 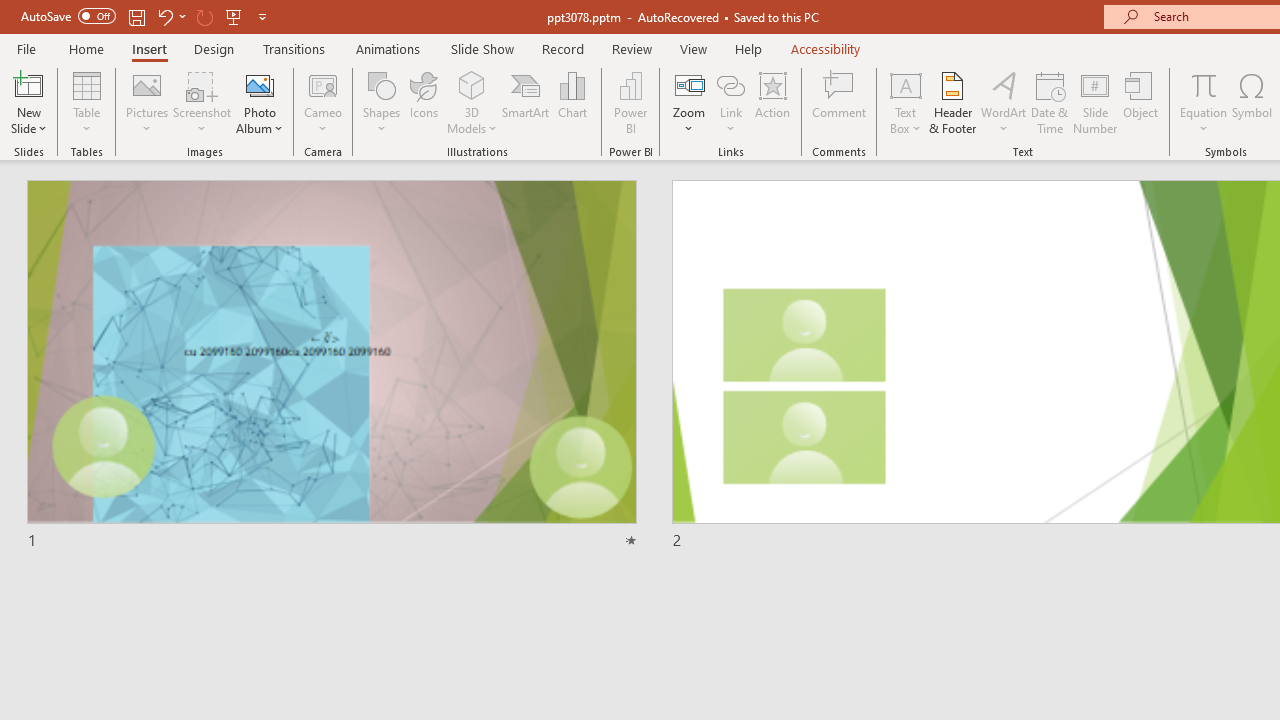 I want to click on '3D Models', so click(x=471, y=84).